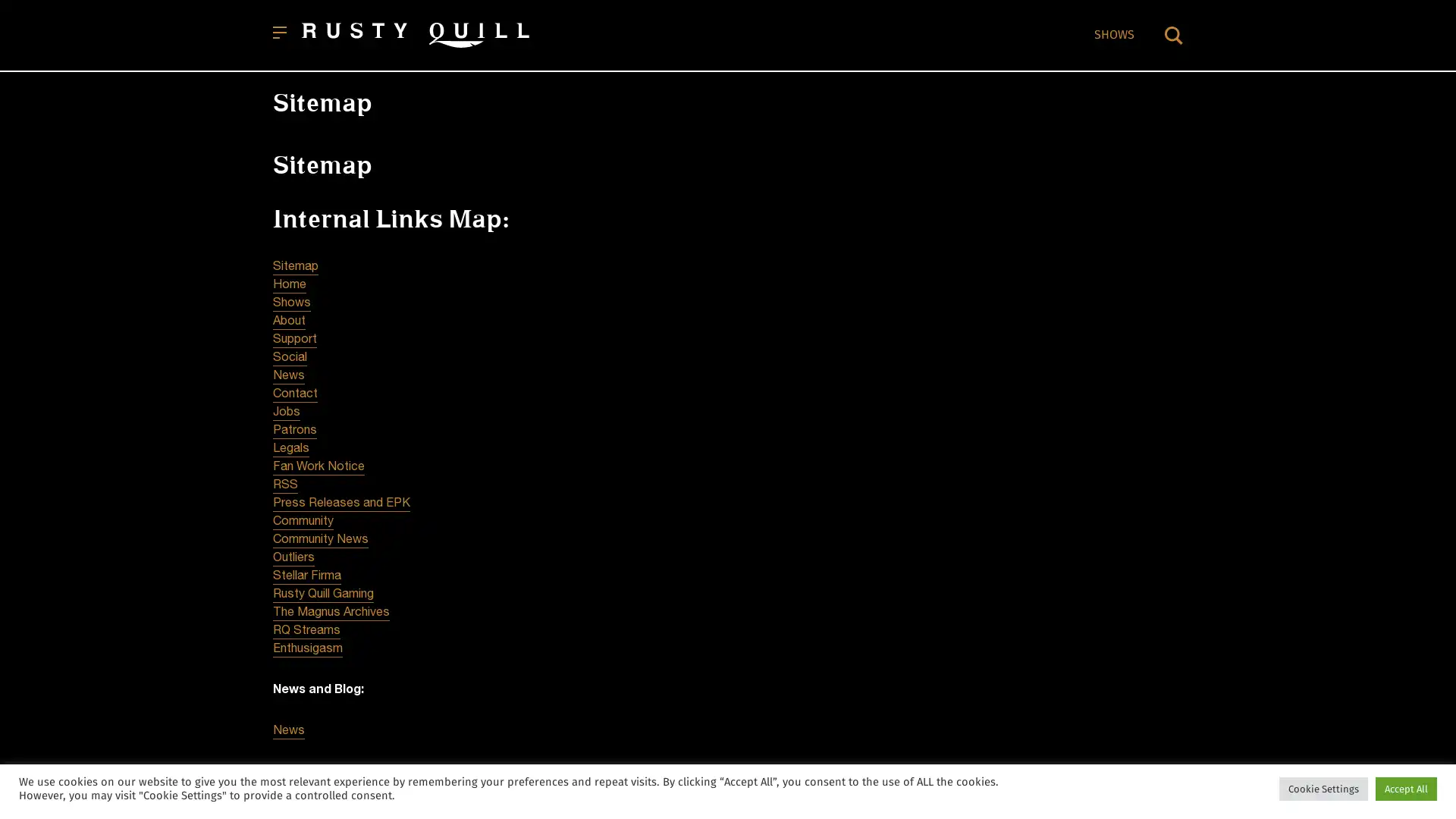  Describe the element at coordinates (280, 32) in the screenshot. I see `Open menu` at that location.